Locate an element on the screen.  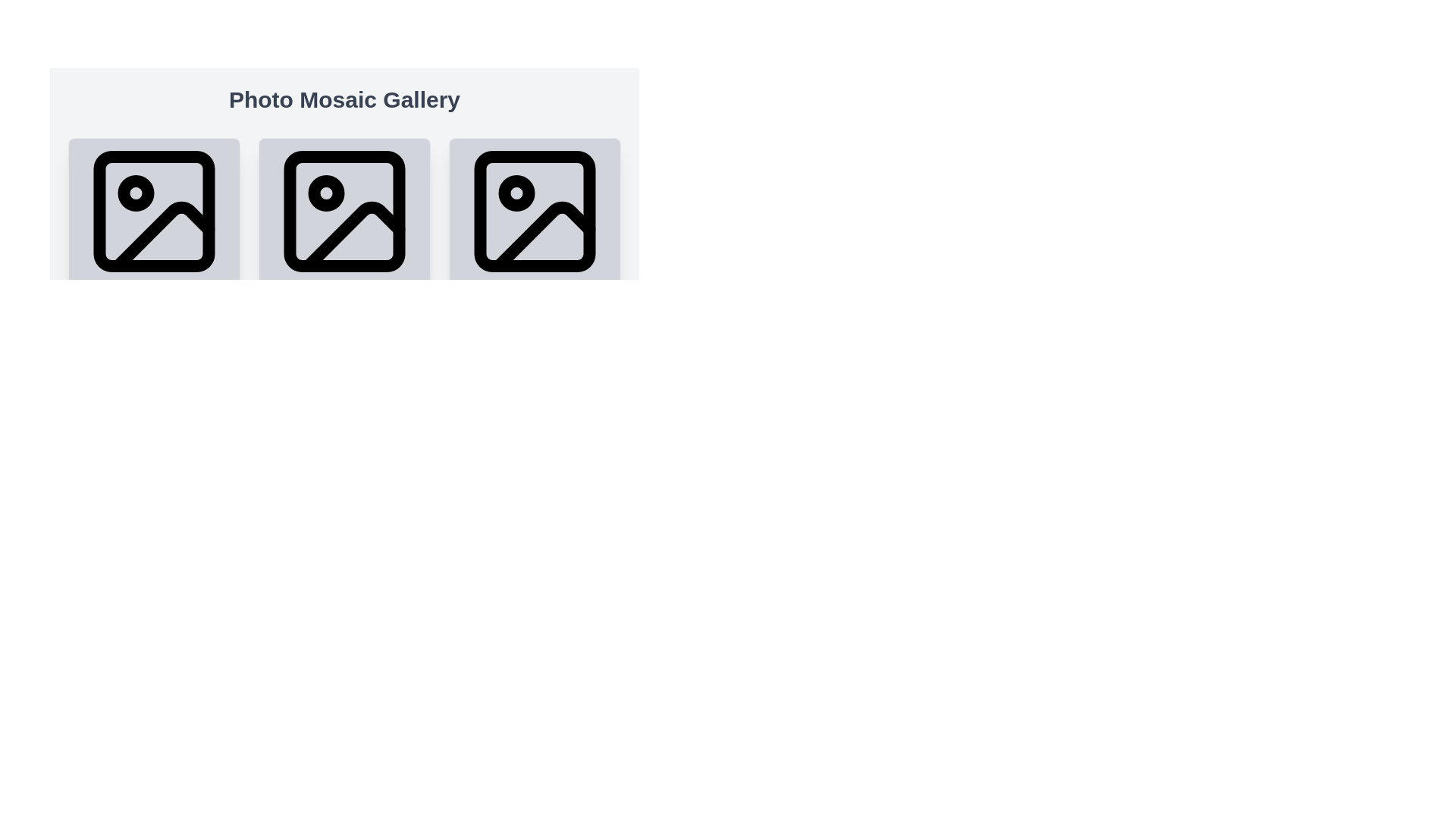
the triangular shape within the first icon box from the left, which symbolizes a mountain or hill, located at the bottom of the icon is located at coordinates (163, 237).